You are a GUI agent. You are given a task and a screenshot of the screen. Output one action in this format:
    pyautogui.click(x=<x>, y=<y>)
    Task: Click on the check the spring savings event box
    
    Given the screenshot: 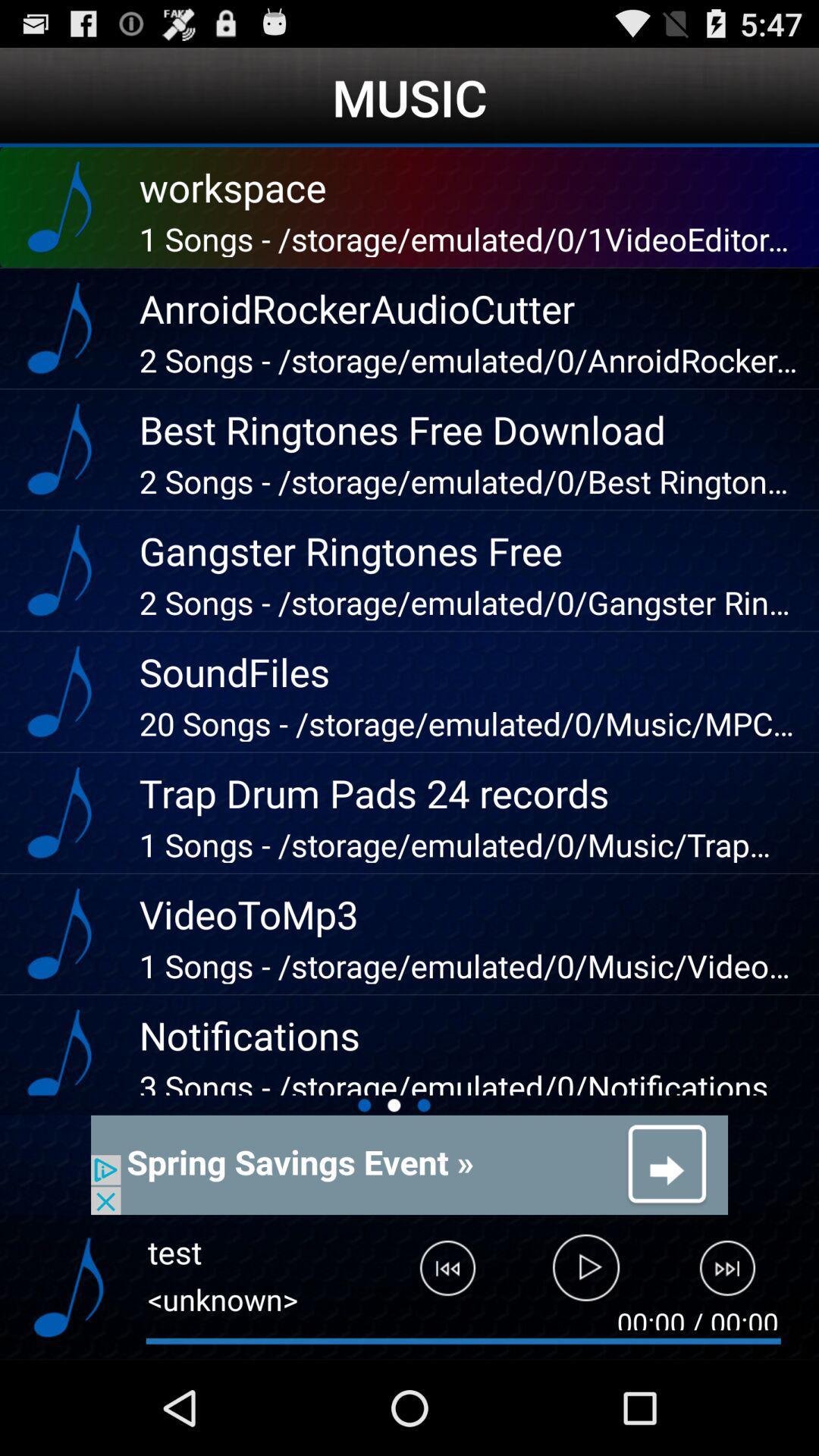 What is the action you would take?
    pyautogui.click(x=409, y=1164)
    